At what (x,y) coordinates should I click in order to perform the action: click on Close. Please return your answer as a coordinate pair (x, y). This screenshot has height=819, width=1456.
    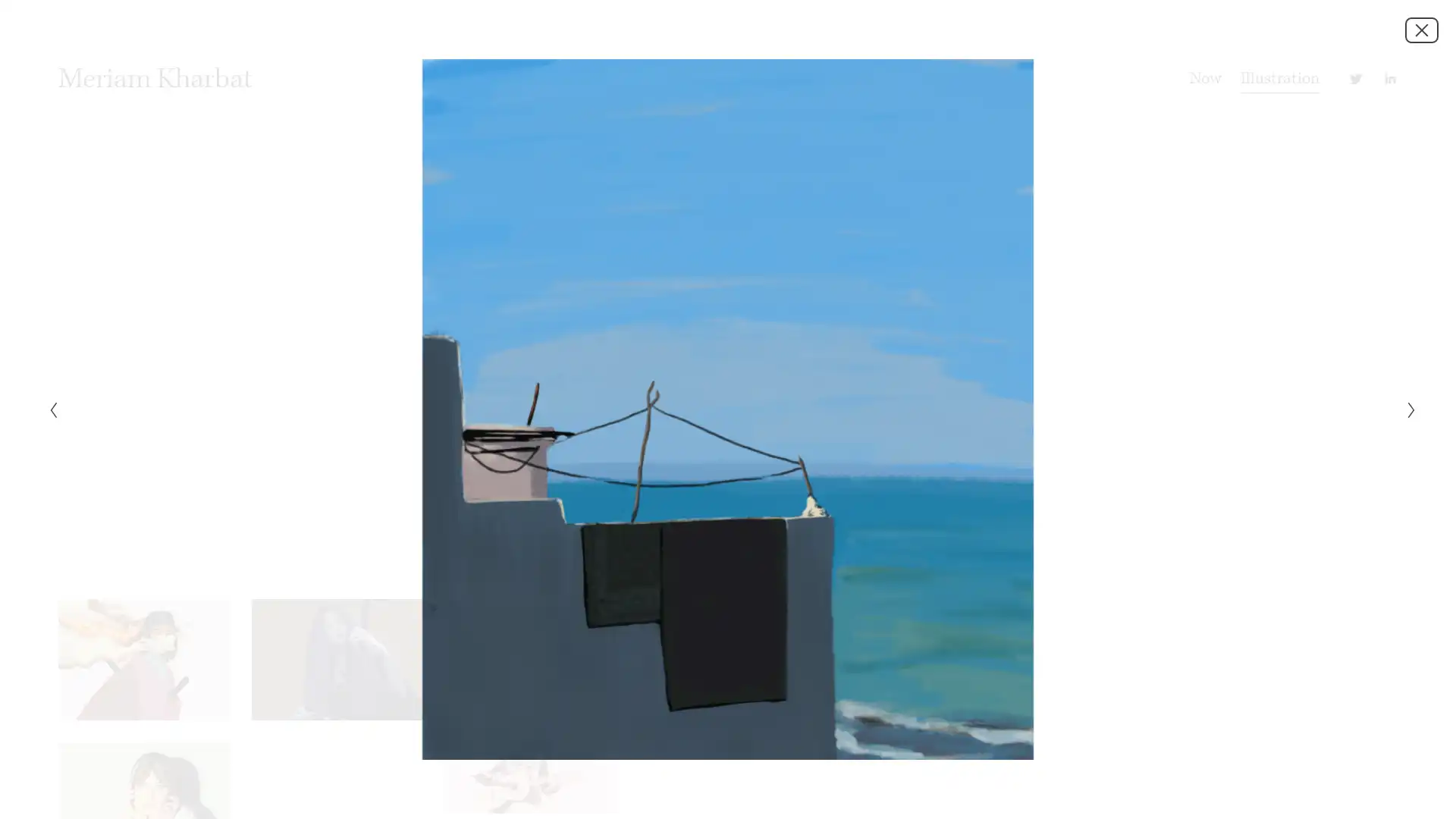
    Looking at the image, I should click on (1421, 29).